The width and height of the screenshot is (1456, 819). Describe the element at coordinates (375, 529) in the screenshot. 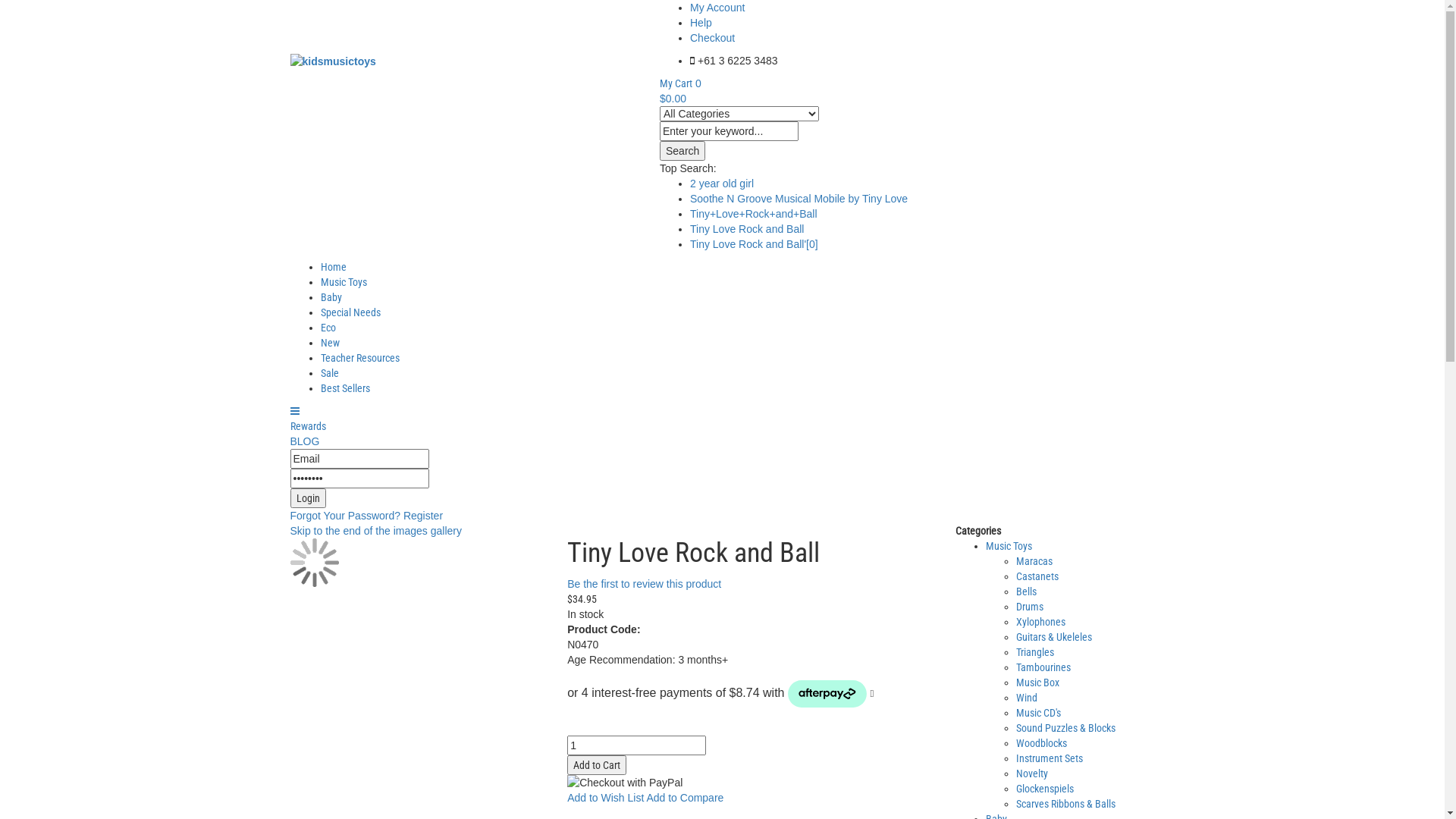

I see `'Skip to the end of the images gallery'` at that location.